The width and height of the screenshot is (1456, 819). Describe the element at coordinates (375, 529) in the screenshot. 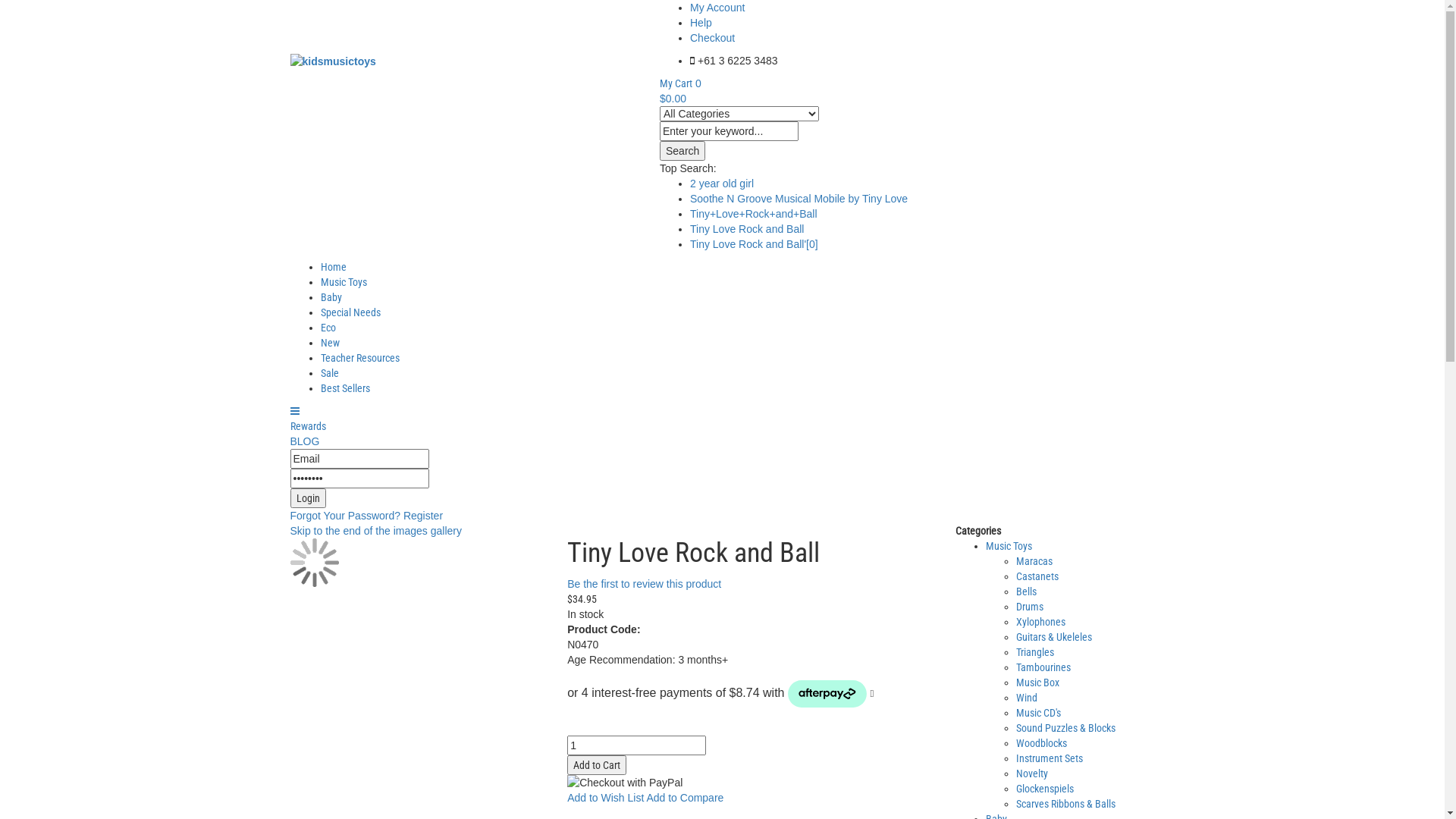

I see `'Skip to the end of the images gallery'` at that location.